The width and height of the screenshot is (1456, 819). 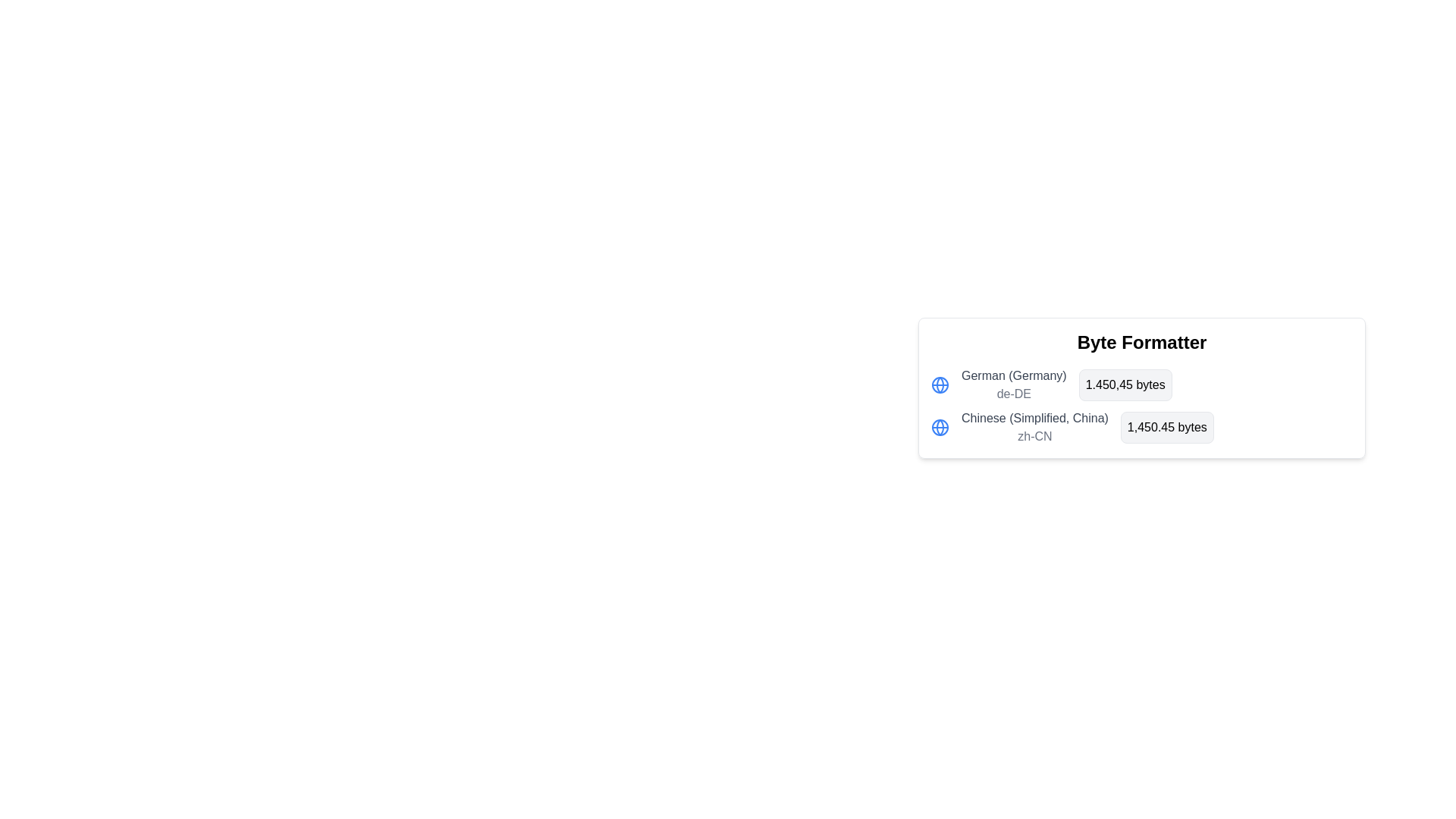 What do you see at coordinates (1034, 418) in the screenshot?
I see `text of the language option label indicating 'Simplified Chinese', located below 'German (Germany)' in the Byte Formatter interface` at bounding box center [1034, 418].